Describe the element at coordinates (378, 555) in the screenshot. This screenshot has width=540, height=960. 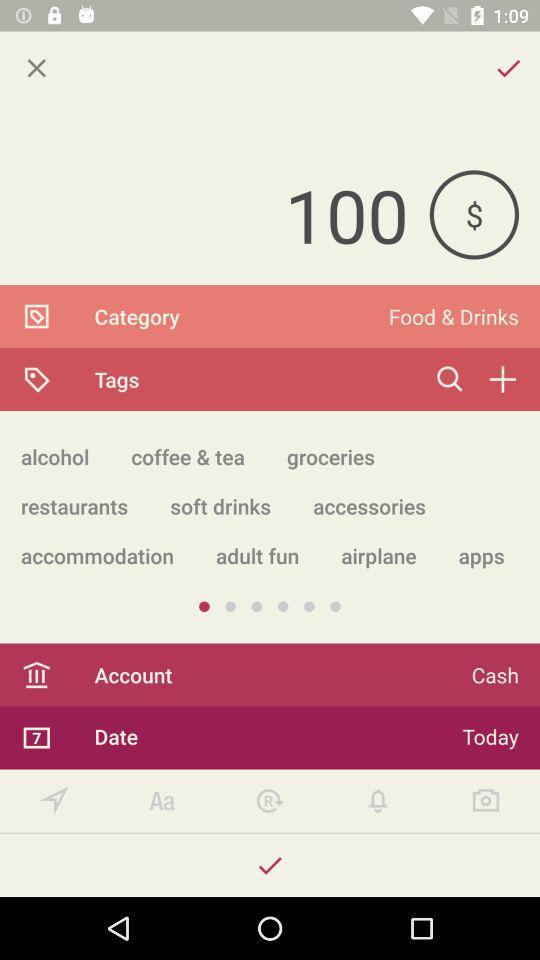
I see `the item next to apps icon` at that location.